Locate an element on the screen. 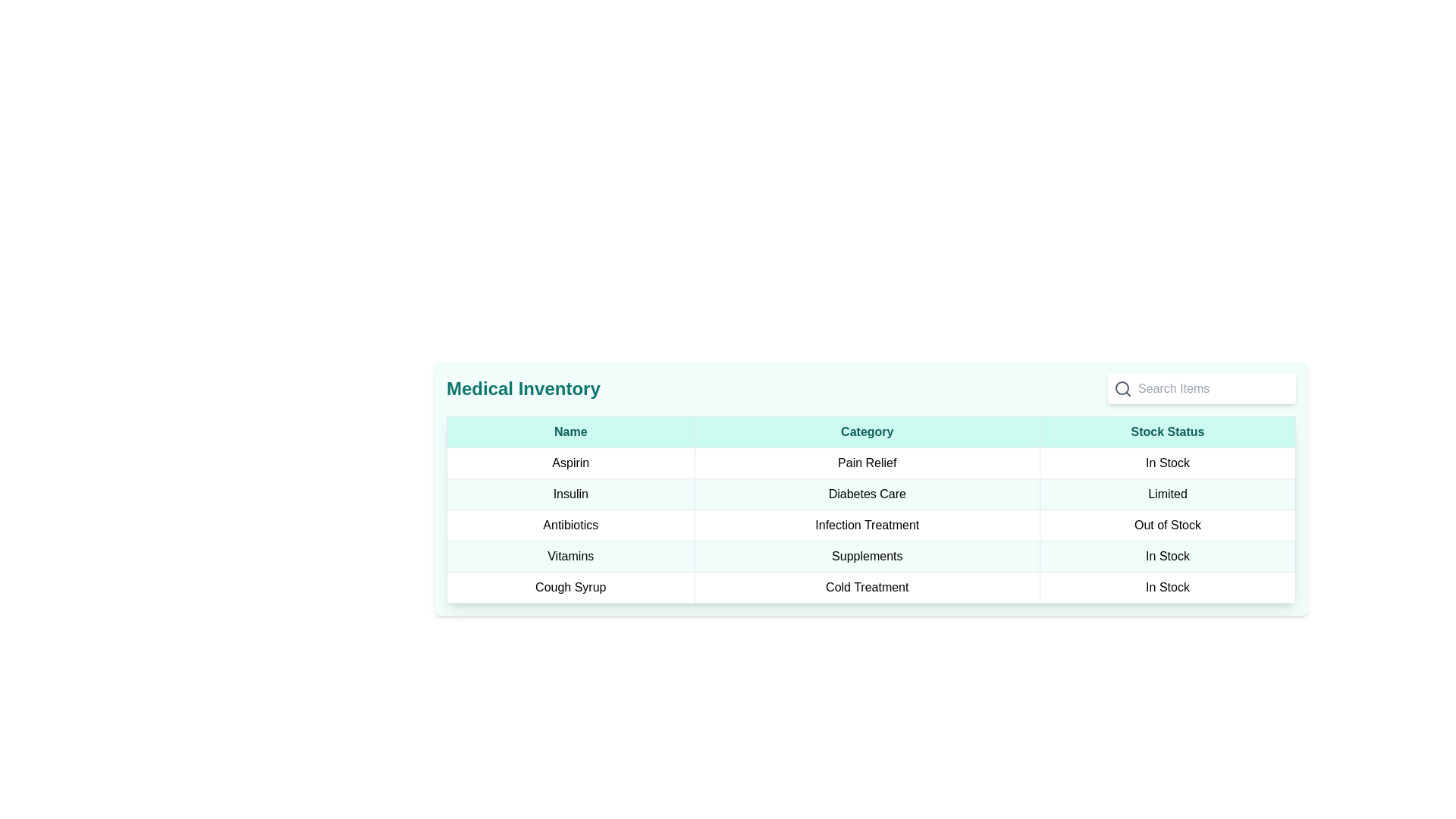  the text label indicating the stock status of 'Antibiotics', which shows its unavailability in the third cell of the 'Stock Status' column is located at coordinates (1167, 525).